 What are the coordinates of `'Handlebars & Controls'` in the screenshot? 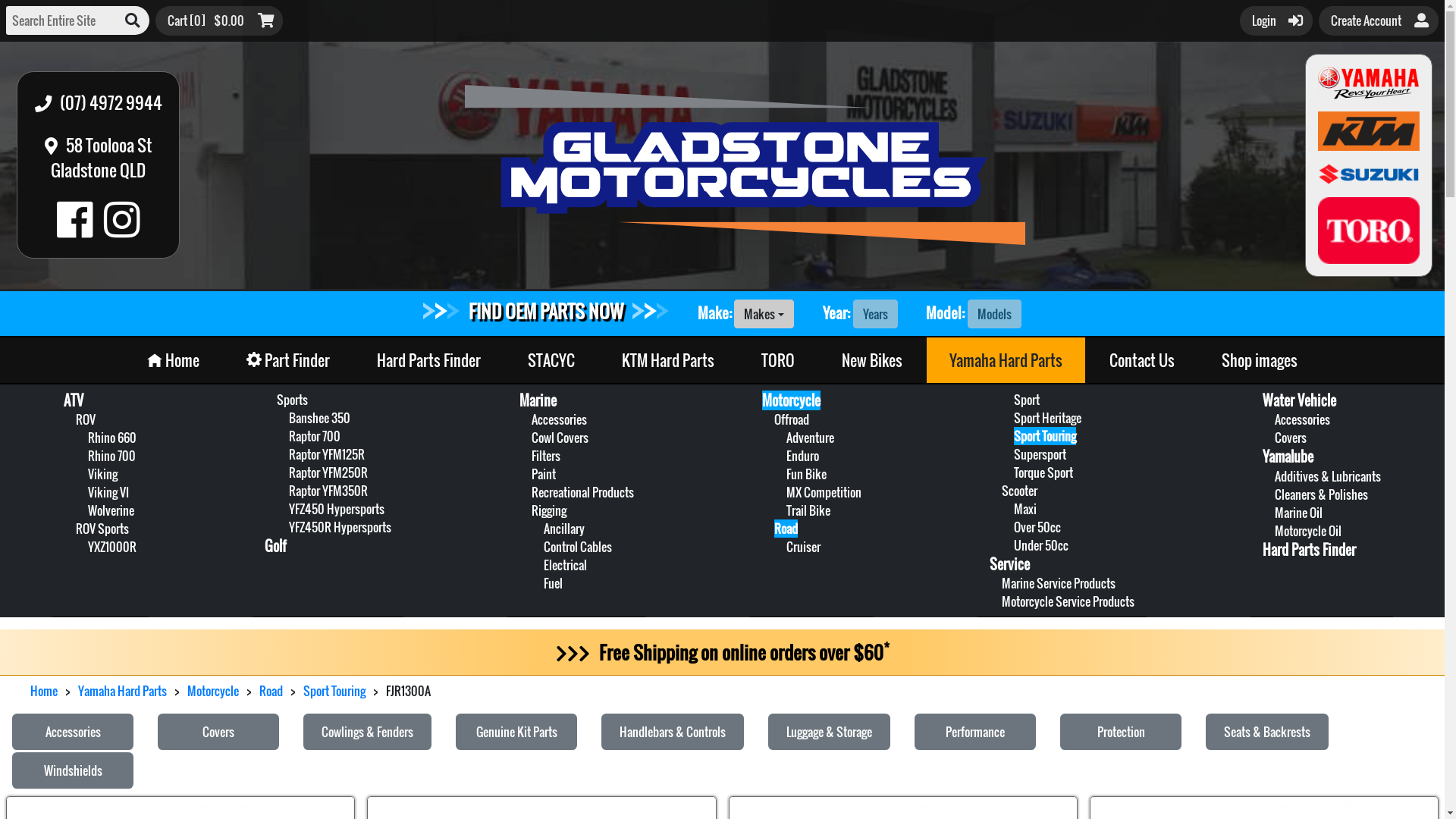 It's located at (672, 730).